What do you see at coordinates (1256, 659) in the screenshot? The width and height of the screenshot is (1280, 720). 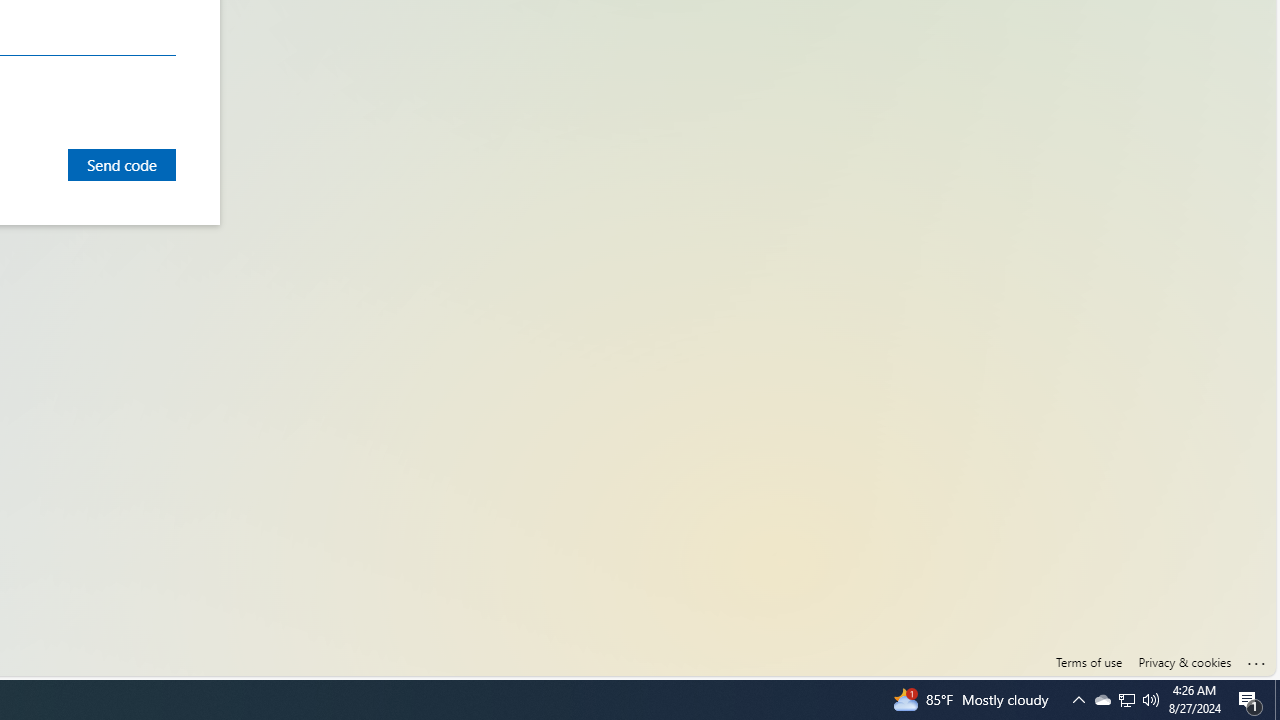 I see `'Click here for troubleshooting information'` at bounding box center [1256, 659].